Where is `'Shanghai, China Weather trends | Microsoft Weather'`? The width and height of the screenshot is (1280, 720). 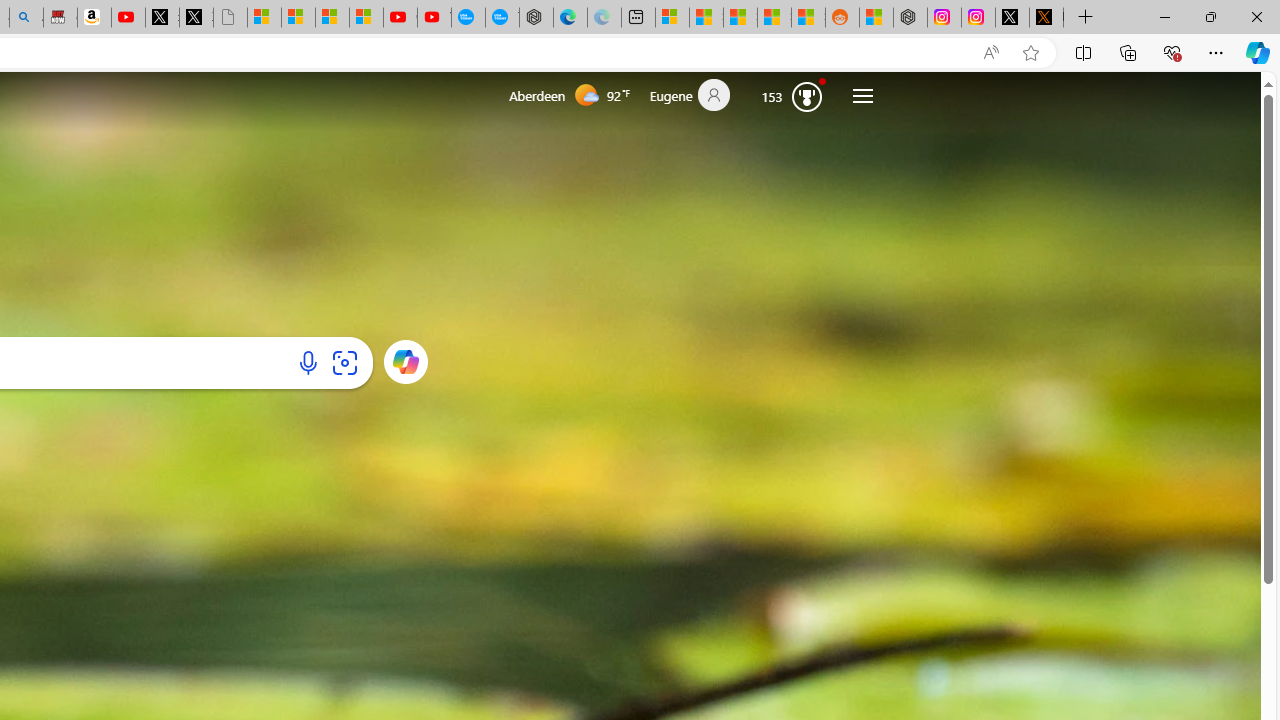
'Shanghai, China Weather trends | Microsoft Weather' is located at coordinates (808, 17).